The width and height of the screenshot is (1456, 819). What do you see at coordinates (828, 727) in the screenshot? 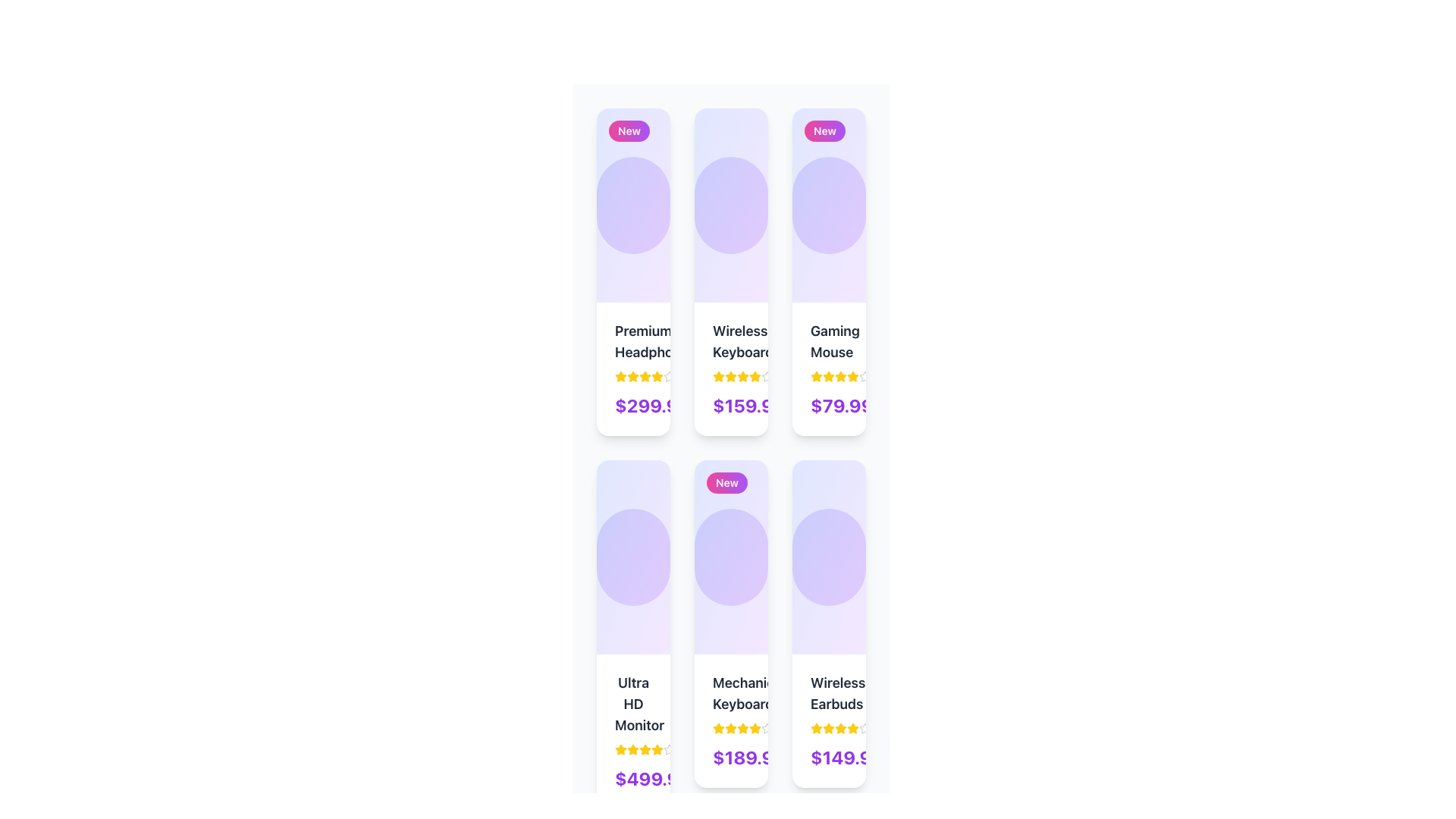
I see `the third rating star icon in the product card labeled 'Wireless Earbuds', which is positioned below the product title and above the price information` at bounding box center [828, 727].